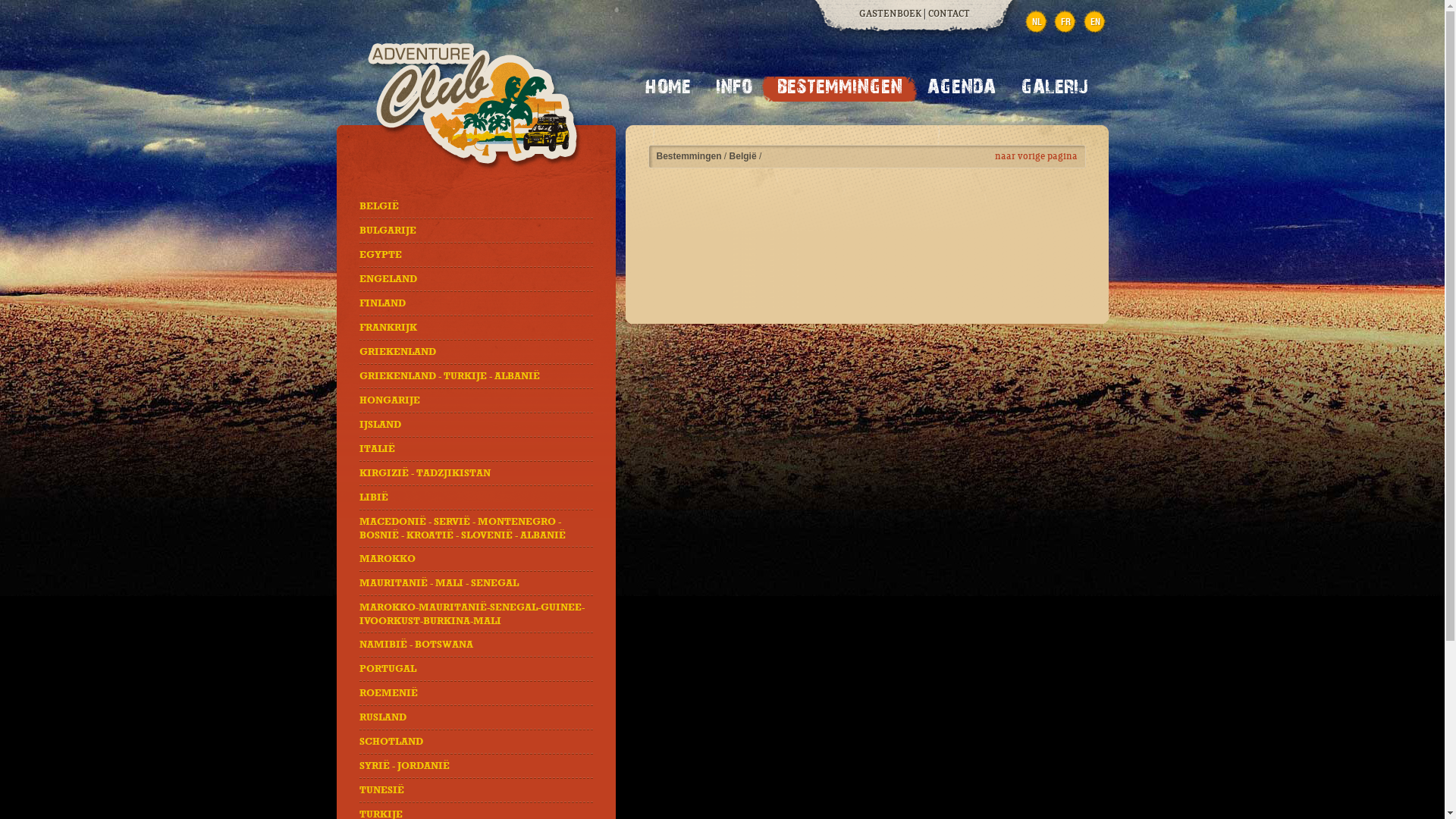  Describe the element at coordinates (1053, 89) in the screenshot. I see `'GALERIJ'` at that location.